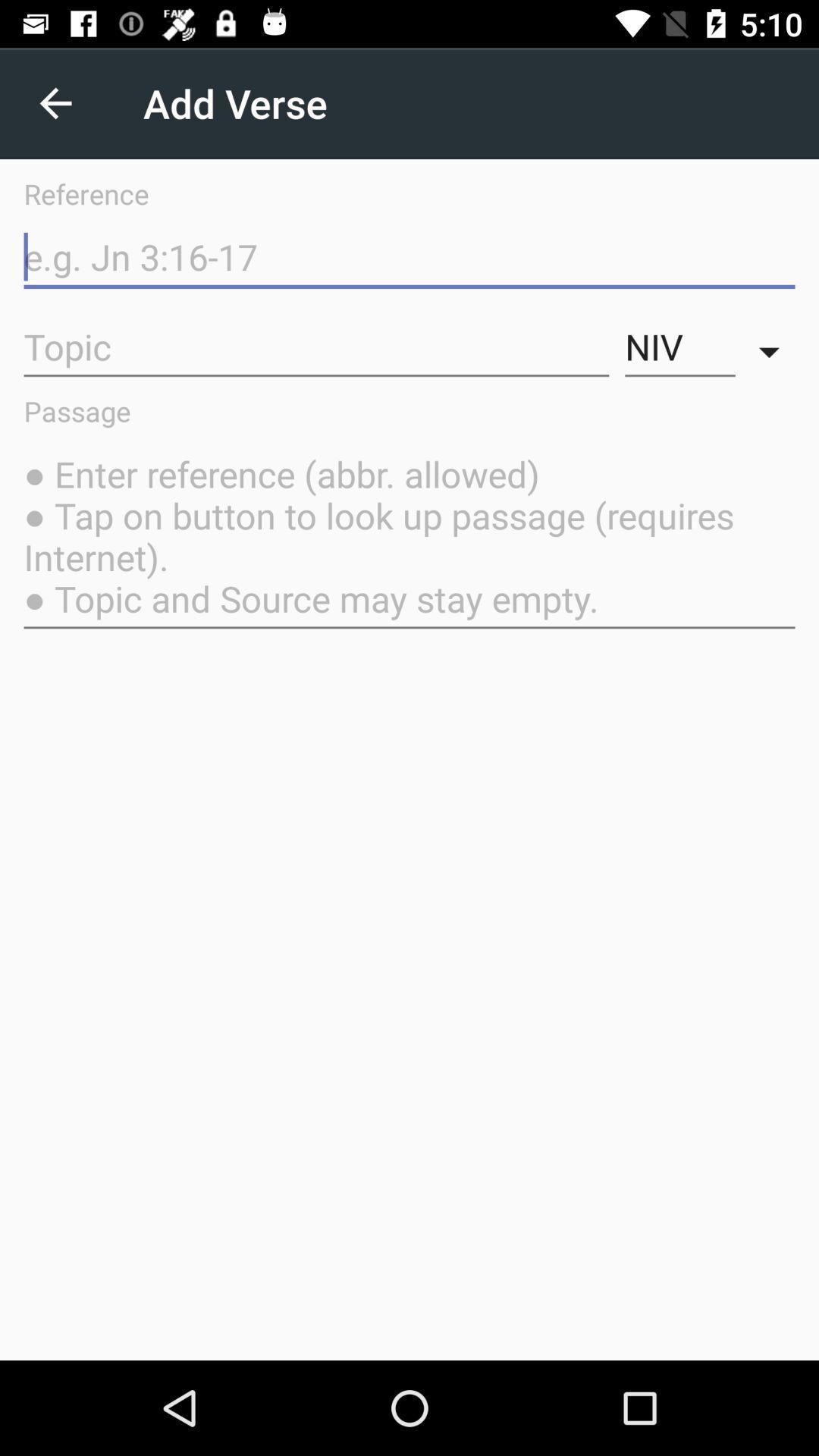 The image size is (819, 1456). Describe the element at coordinates (773, 347) in the screenshot. I see `additional options` at that location.